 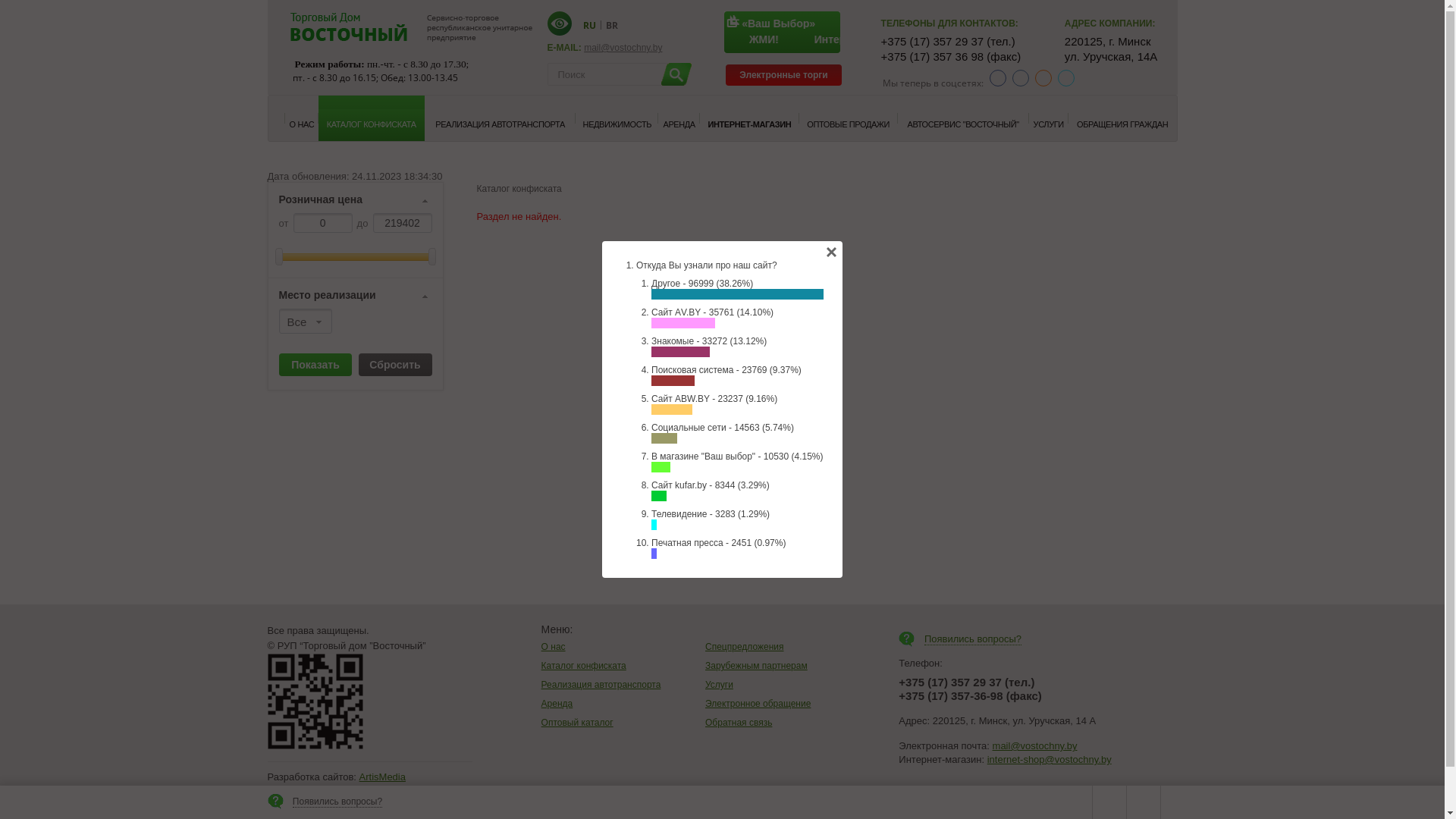 What do you see at coordinates (1034, 78) in the screenshot?
I see `'odnoklassniki'` at bounding box center [1034, 78].